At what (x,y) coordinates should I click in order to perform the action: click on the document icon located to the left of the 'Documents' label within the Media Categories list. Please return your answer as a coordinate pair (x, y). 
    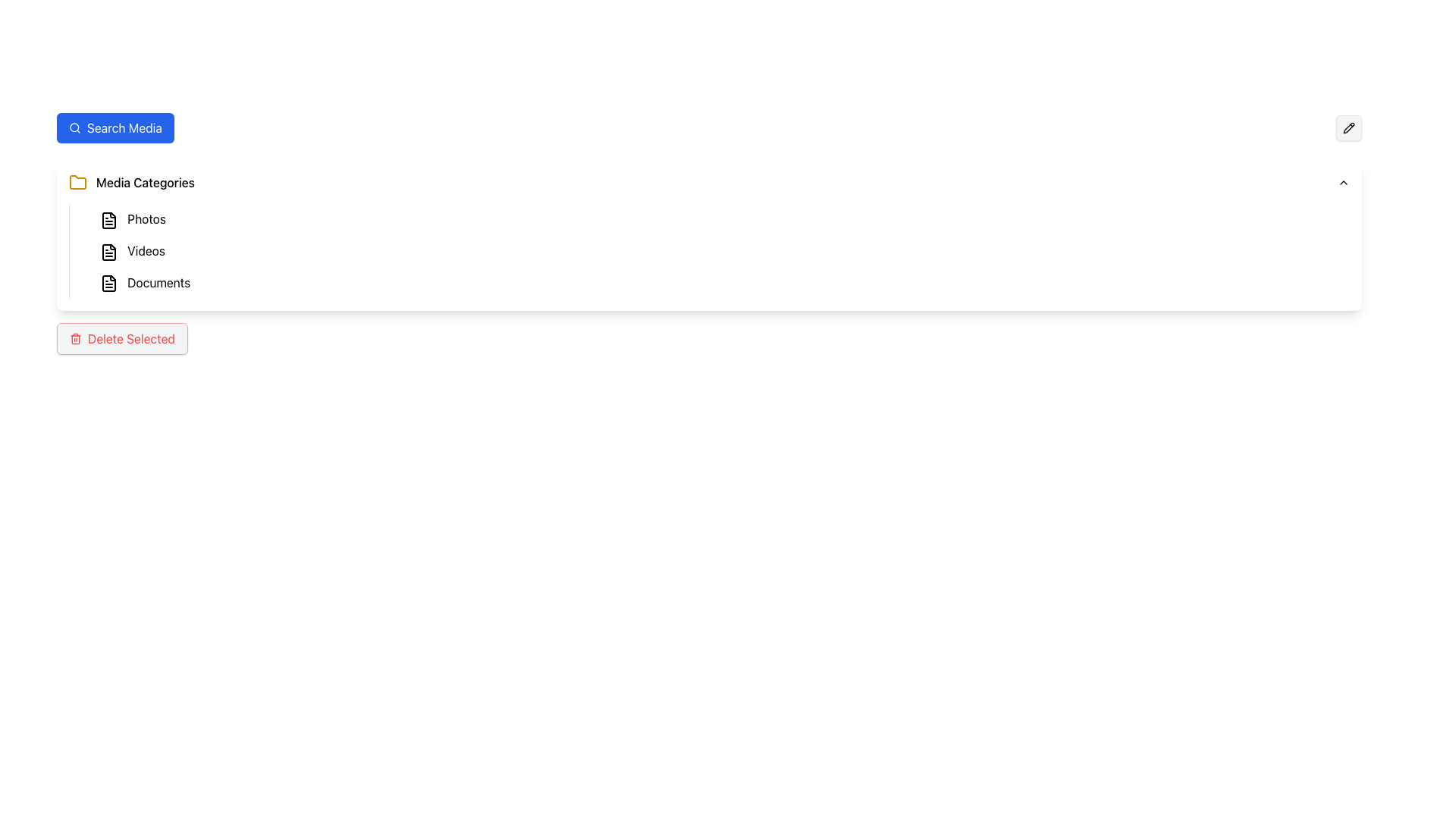
    Looking at the image, I should click on (108, 284).